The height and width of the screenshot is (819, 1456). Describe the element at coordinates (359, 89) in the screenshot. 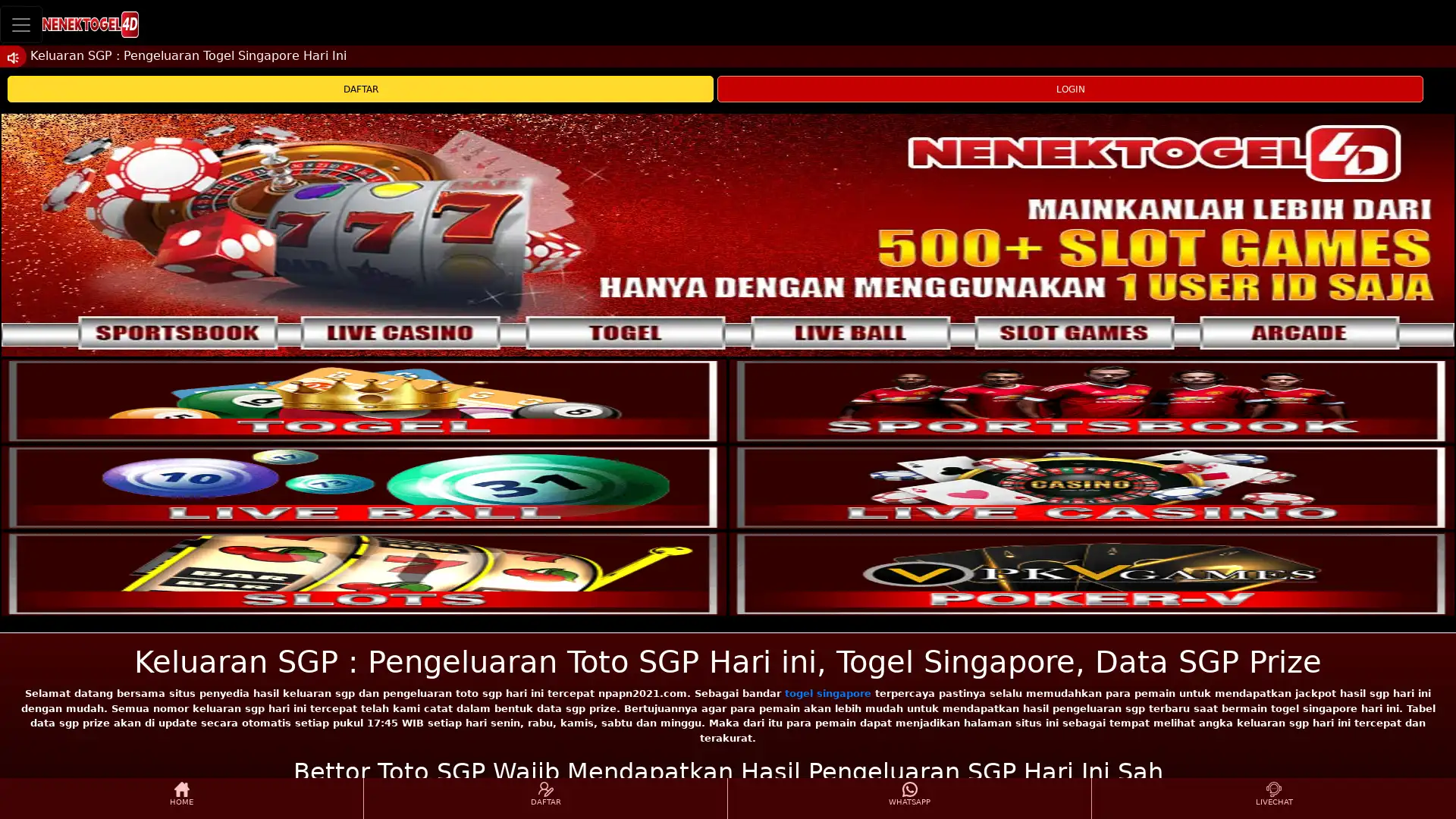

I see `DAFTAR` at that location.